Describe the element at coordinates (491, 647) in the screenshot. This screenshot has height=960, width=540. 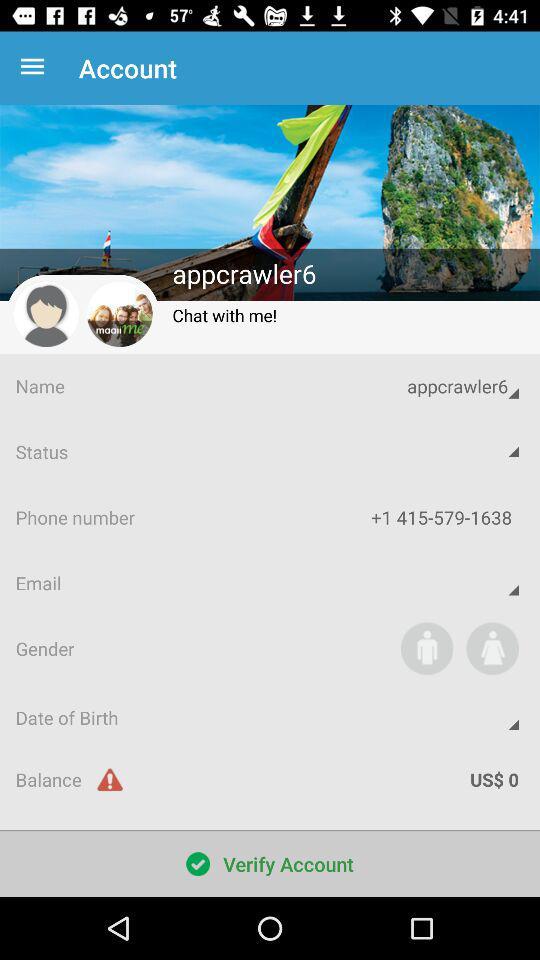
I see `icon below email app` at that location.